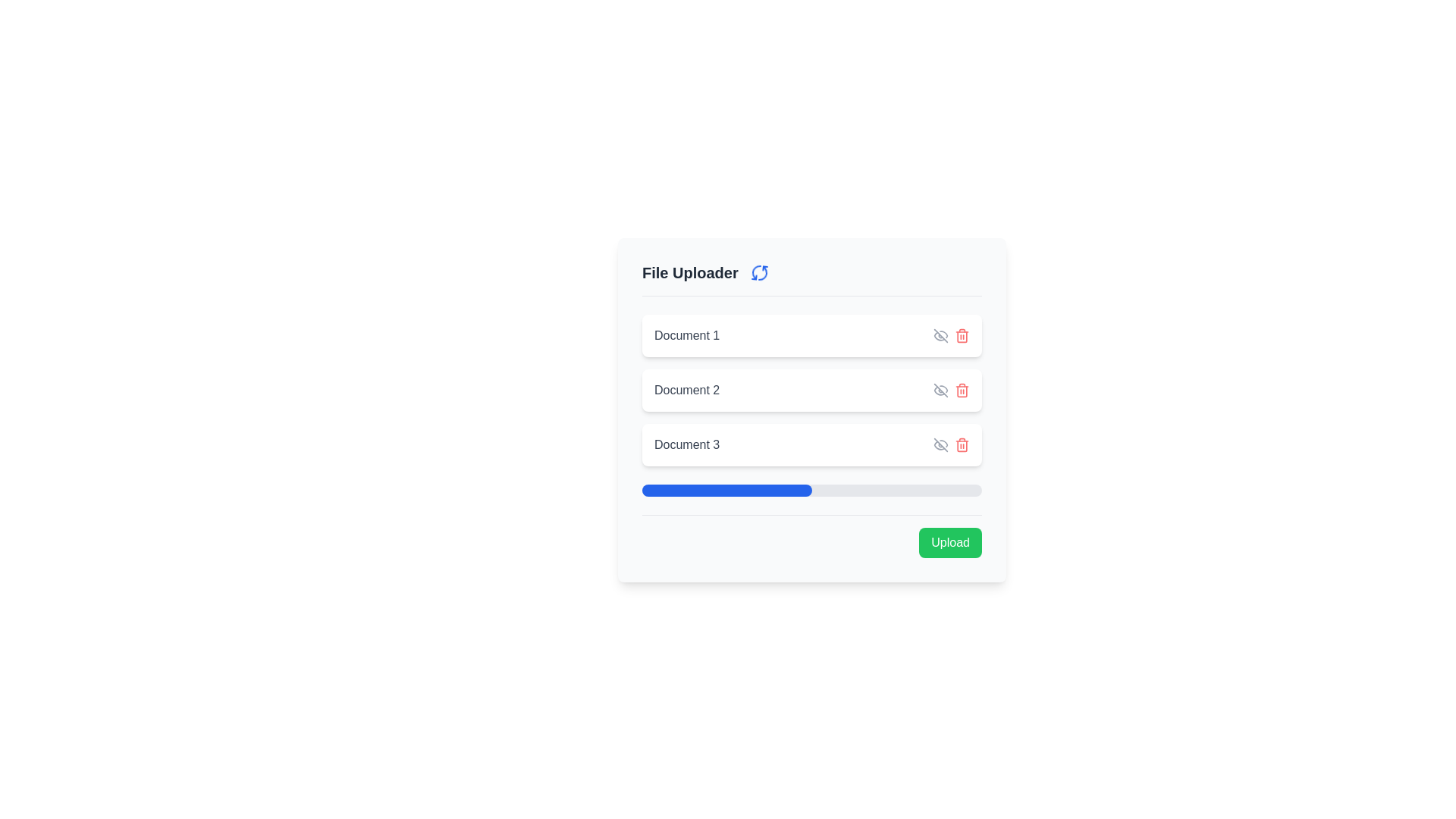 This screenshot has height=819, width=1456. Describe the element at coordinates (686, 444) in the screenshot. I see `the text label that identifies the document in the 'File Uploader' section, located beneath 'Document 1' and 'Document 2'` at that location.